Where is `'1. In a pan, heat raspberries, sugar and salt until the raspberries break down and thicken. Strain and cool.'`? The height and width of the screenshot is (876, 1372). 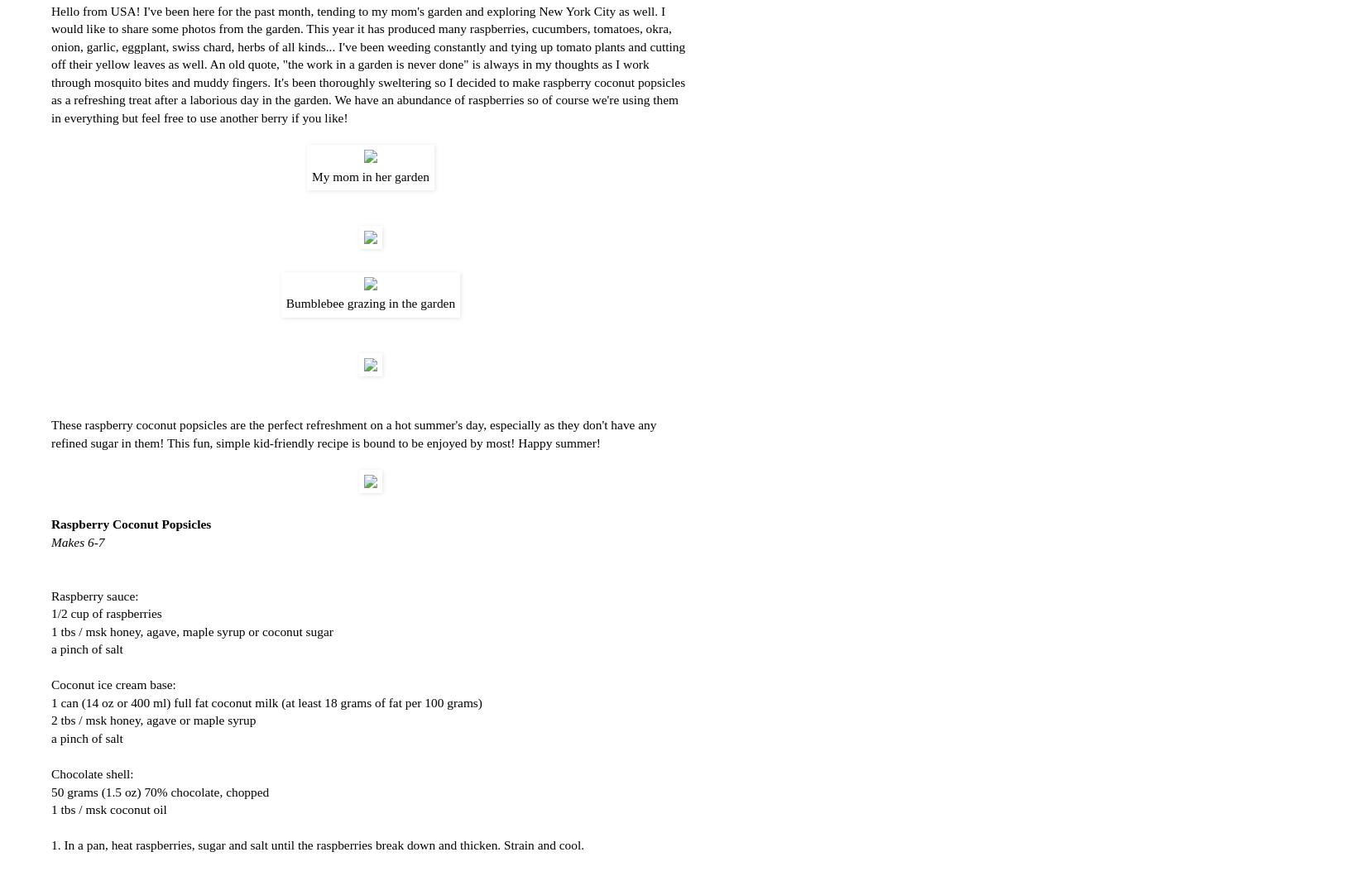 '1. In a pan, heat raspberries, sugar and salt until the raspberries break down and thicken. Strain and cool.' is located at coordinates (50, 844).